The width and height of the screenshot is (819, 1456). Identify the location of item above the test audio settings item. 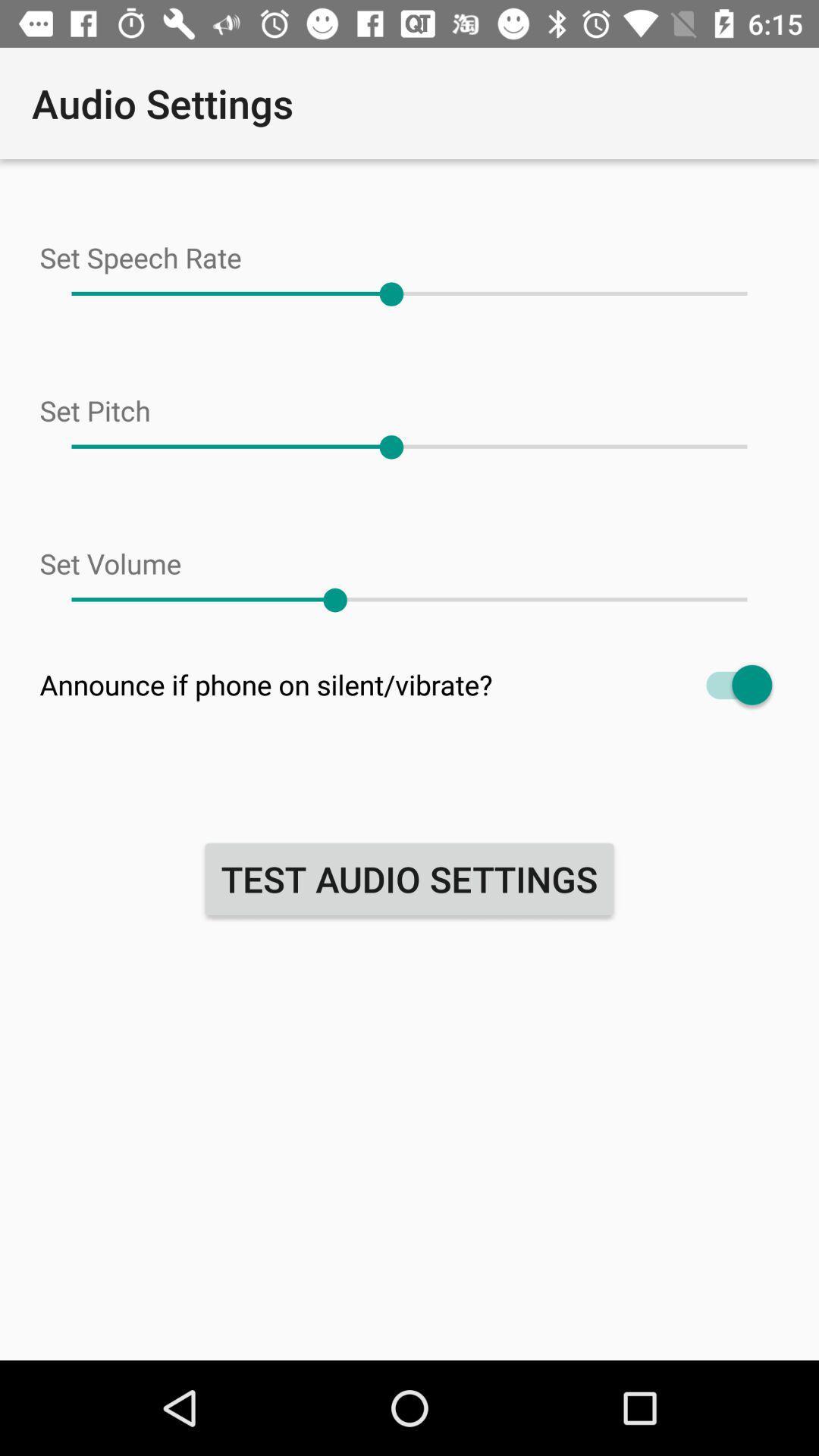
(409, 684).